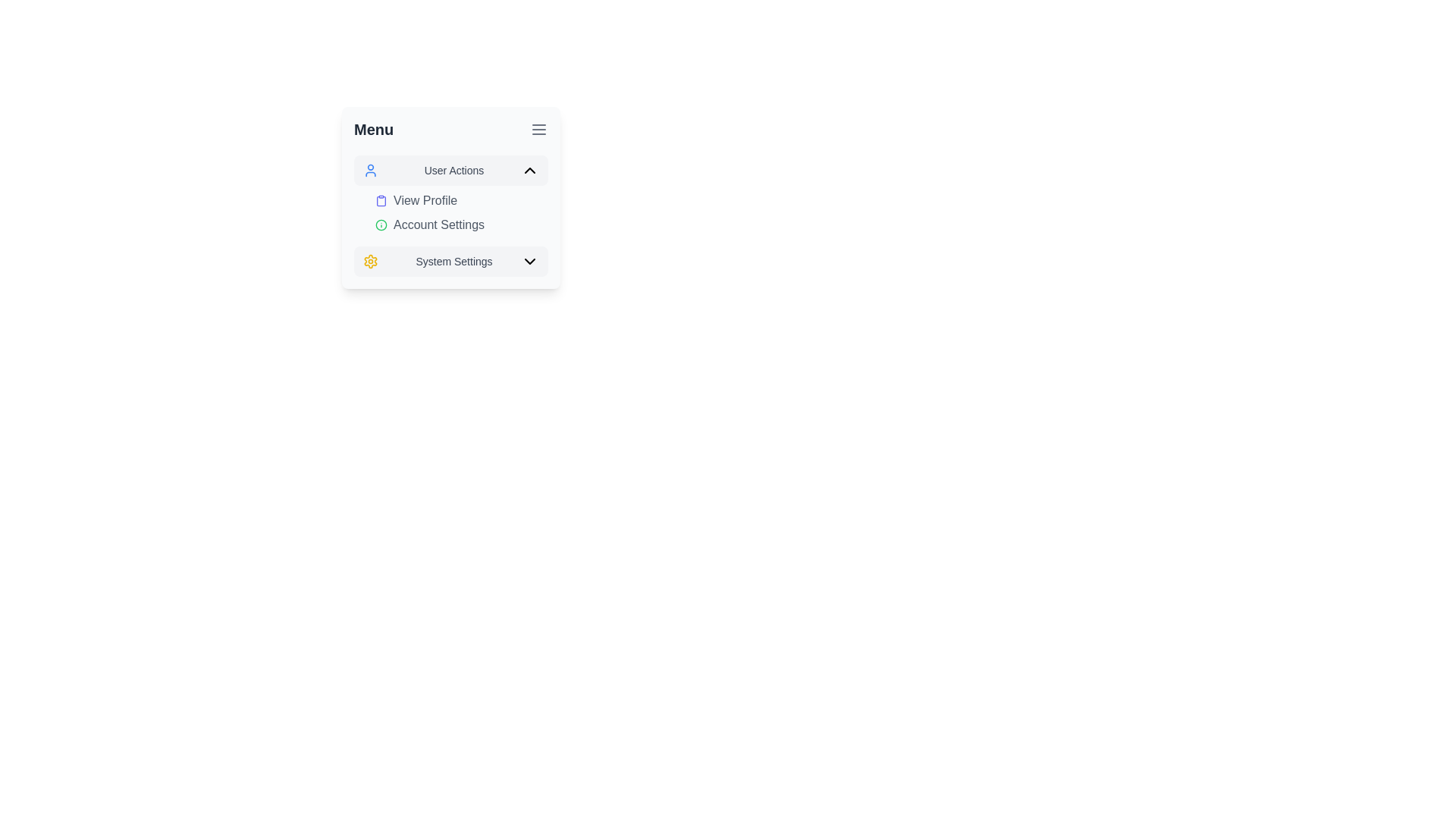 This screenshot has width=1456, height=819. Describe the element at coordinates (530, 260) in the screenshot. I see `the downward-pointing chevron icon located at the far-right side of the 'System Settings' row in the navigation menu` at that location.